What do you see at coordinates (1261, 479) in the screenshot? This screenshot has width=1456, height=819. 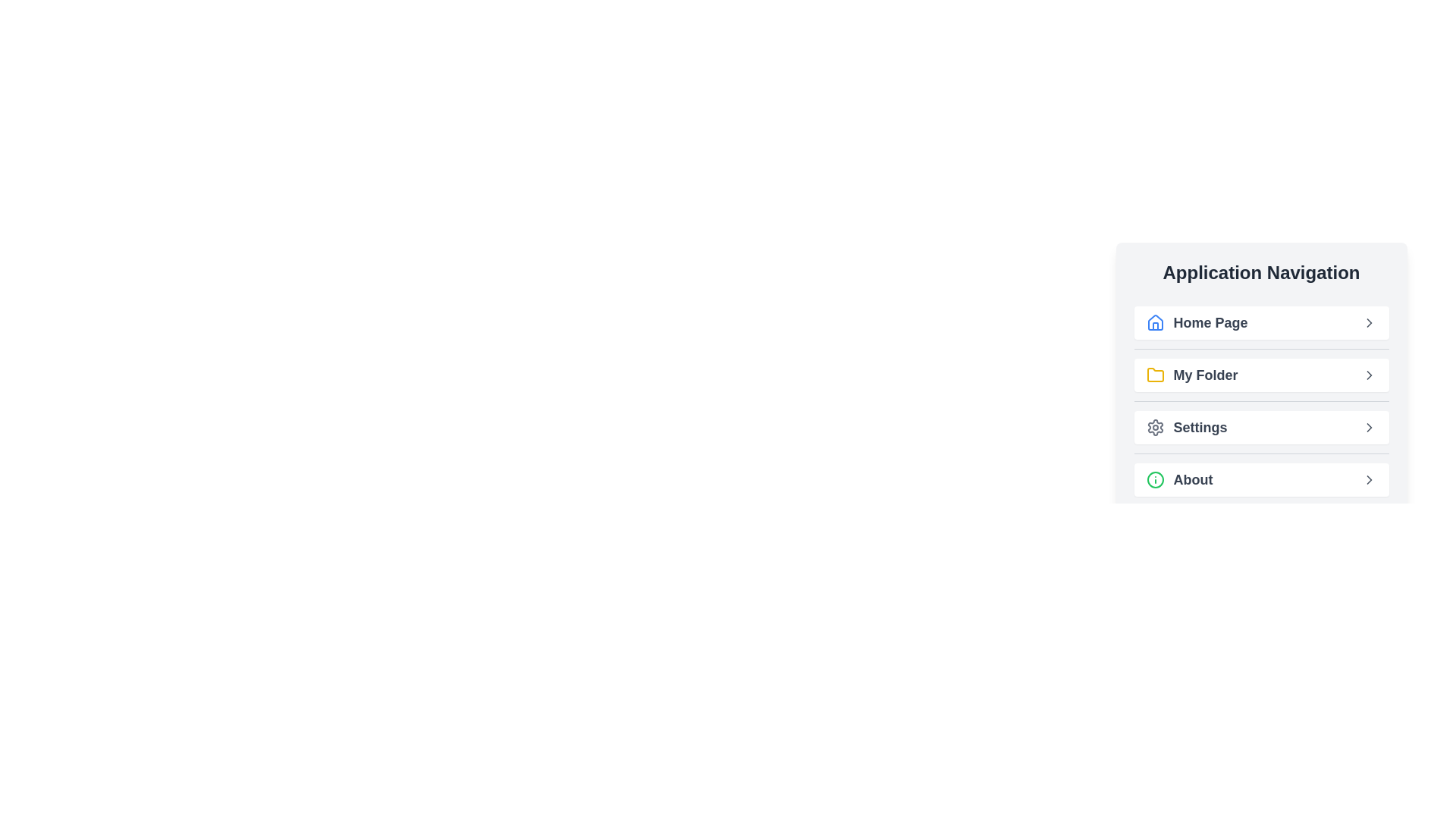 I see `the menu item labeled 'About', which is the fourth item in the vertical navigation menu` at bounding box center [1261, 479].